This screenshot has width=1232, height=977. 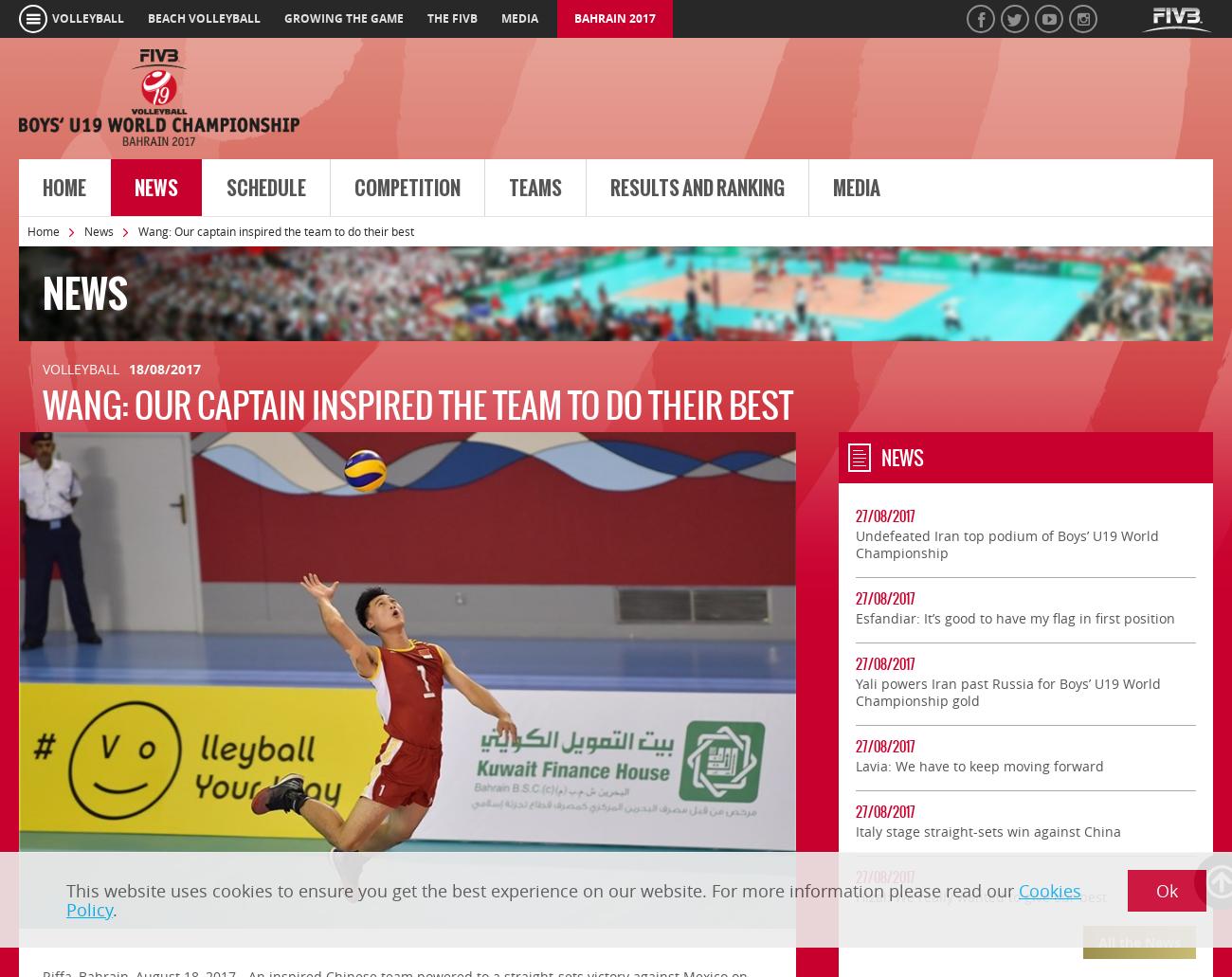 I want to click on 'Volleyball', so click(x=81, y=368).